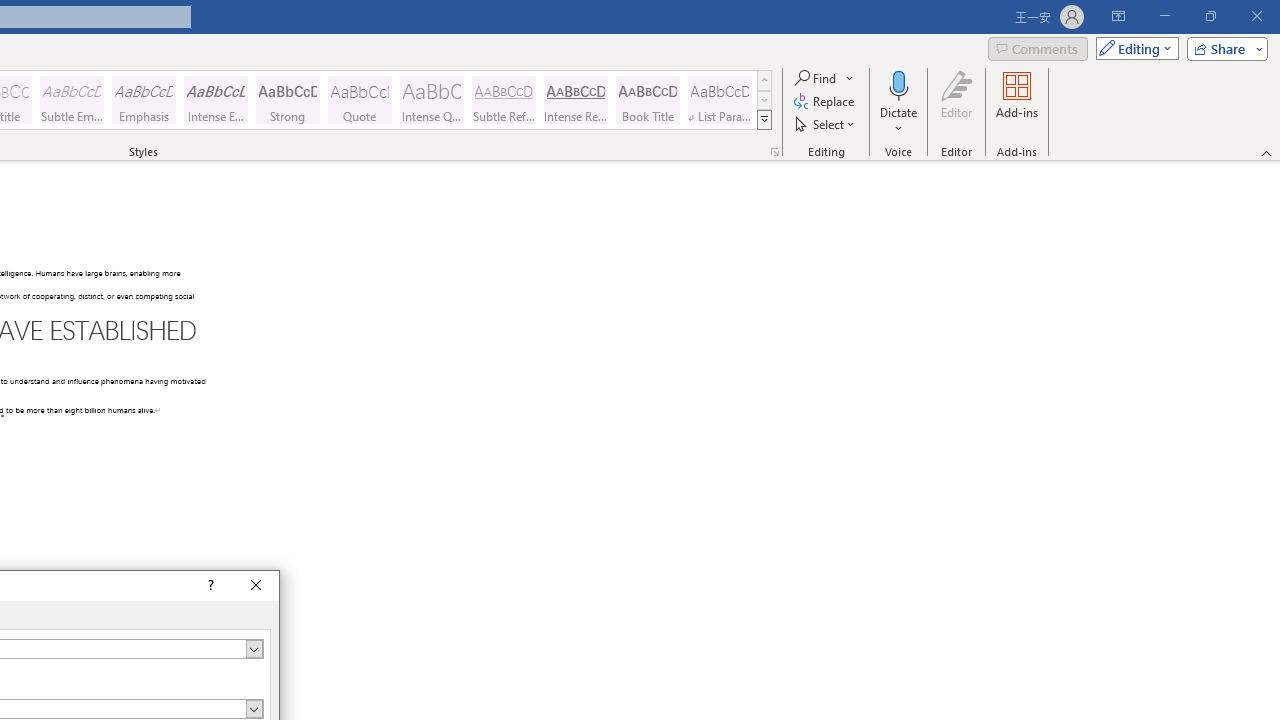 The height and width of the screenshot is (720, 1280). What do you see at coordinates (255, 585) in the screenshot?
I see `'Close'` at bounding box center [255, 585].